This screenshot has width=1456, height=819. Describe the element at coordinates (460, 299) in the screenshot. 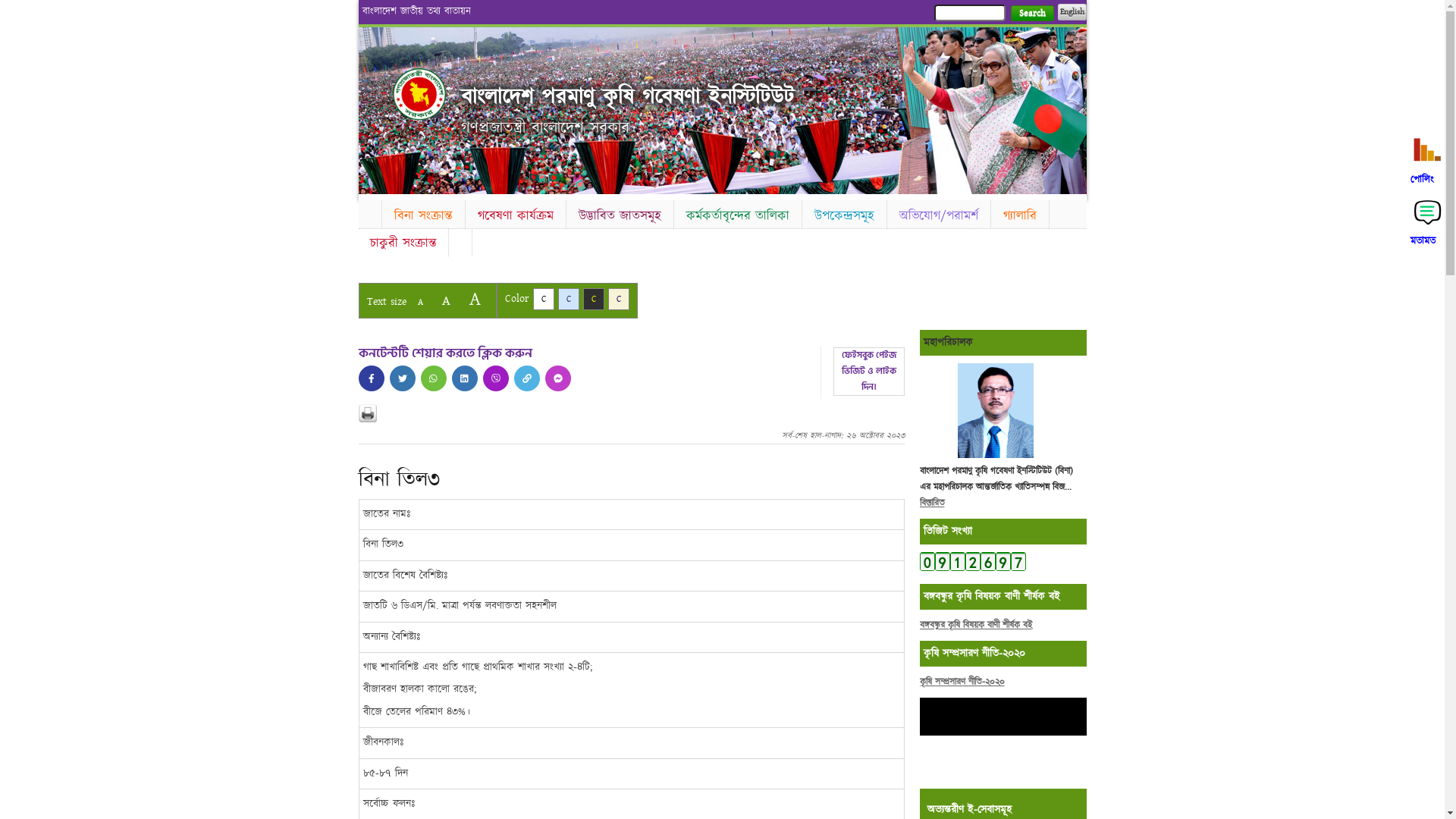

I see `'A'` at that location.